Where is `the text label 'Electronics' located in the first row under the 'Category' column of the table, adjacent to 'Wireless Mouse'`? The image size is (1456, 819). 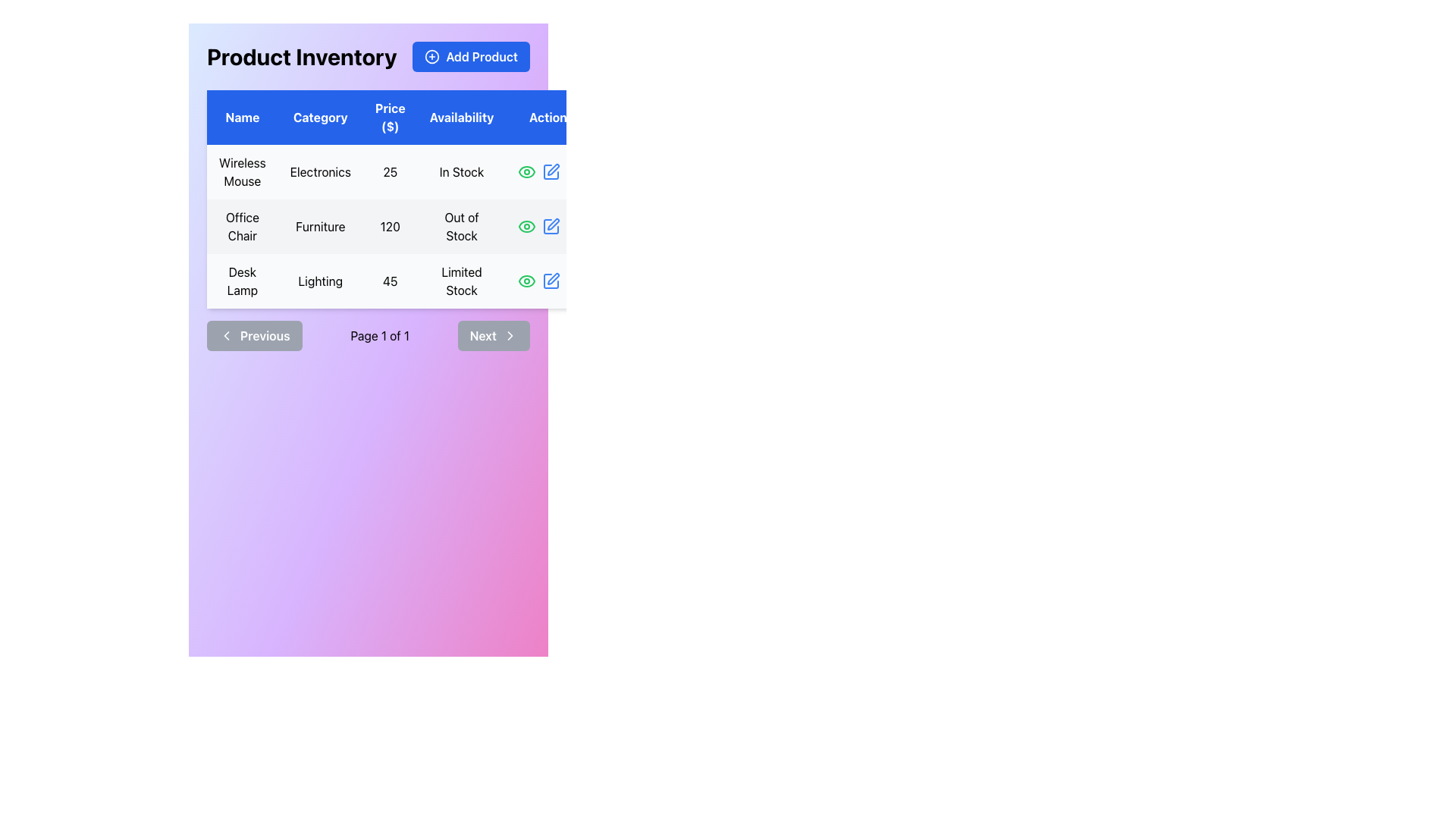 the text label 'Electronics' located in the first row under the 'Category' column of the table, adjacent to 'Wireless Mouse' is located at coordinates (319, 171).